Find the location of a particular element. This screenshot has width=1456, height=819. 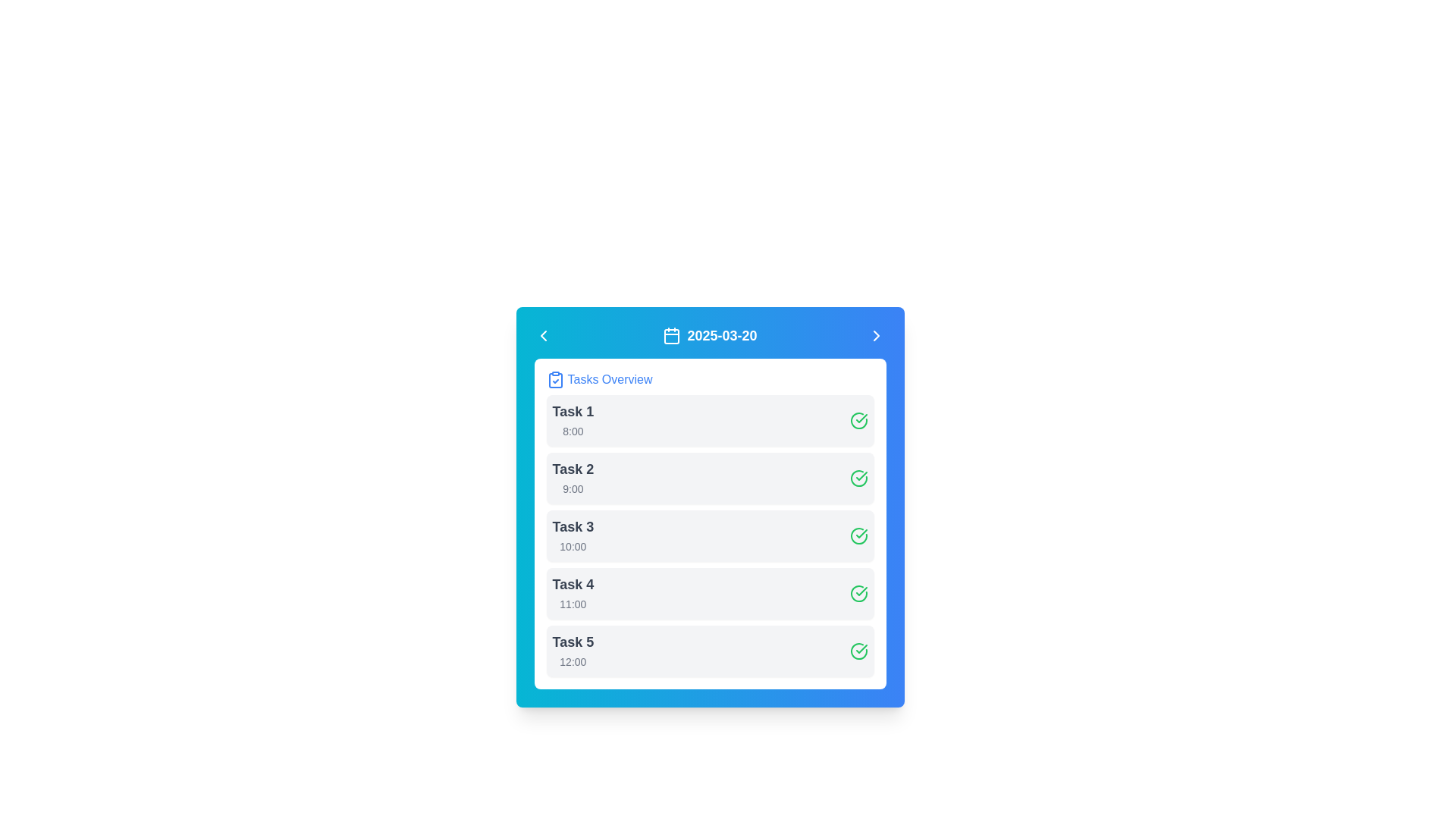

the Text Display Component that displays 'Task 5' and its scheduled time '12:00', positioned beneath 'Task 4' in a vertically stacked list within a card component is located at coordinates (572, 651).